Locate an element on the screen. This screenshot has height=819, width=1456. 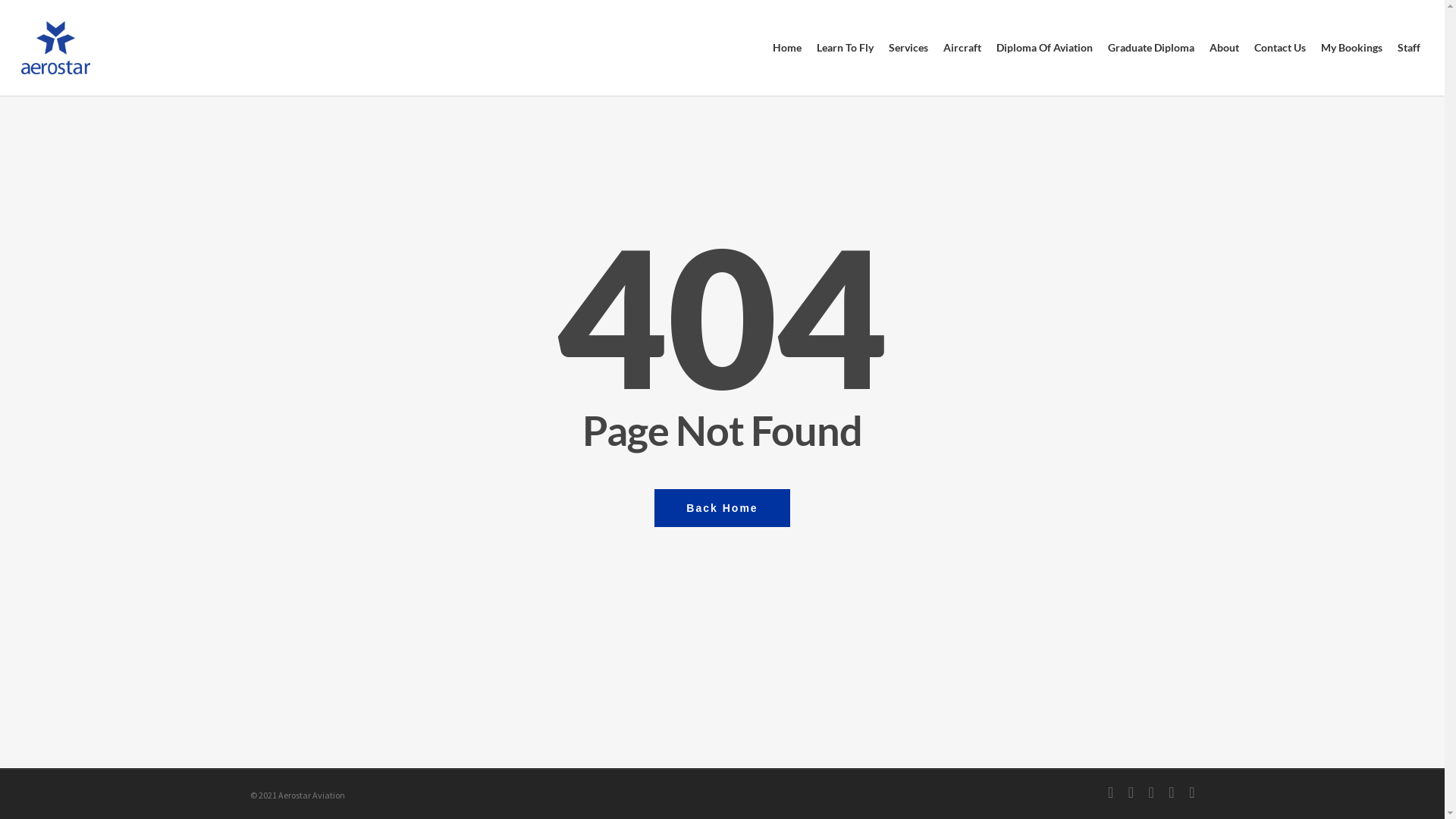
'Graduate Diploma' is located at coordinates (1150, 46).